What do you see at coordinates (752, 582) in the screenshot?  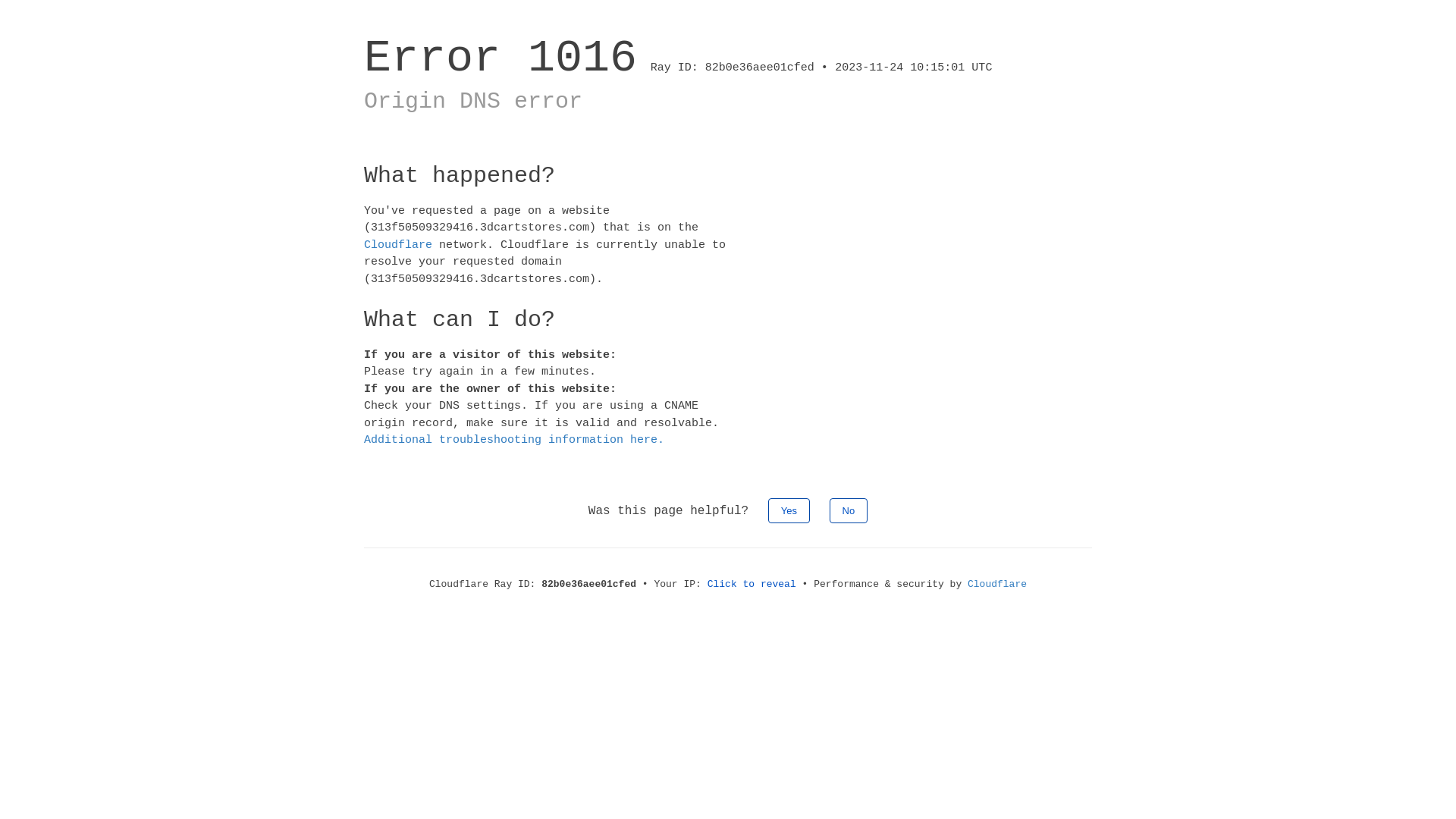 I see `'Click to reveal'` at bounding box center [752, 582].